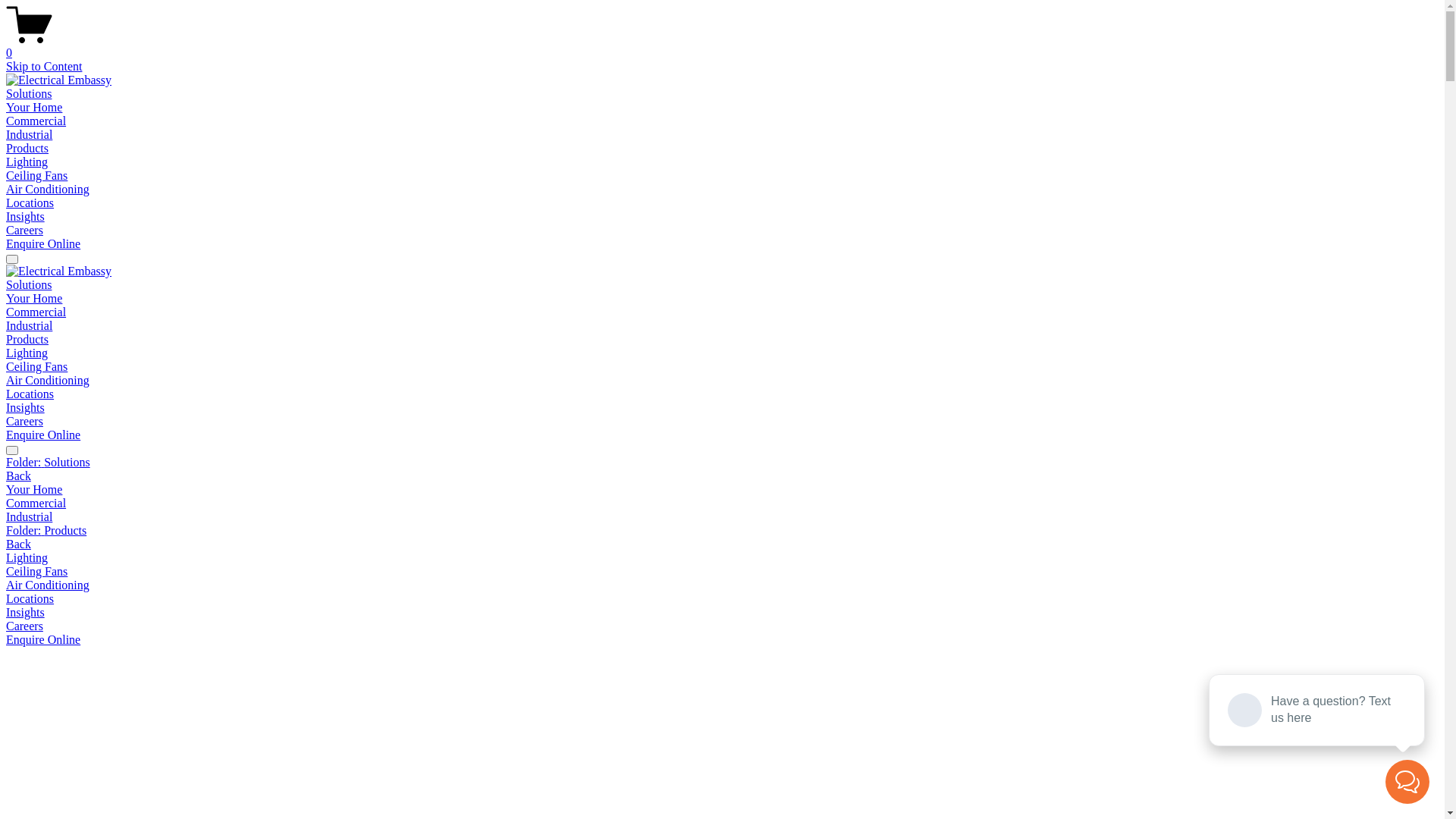 This screenshot has height=819, width=1456. I want to click on 'Lighting', so click(6, 558).